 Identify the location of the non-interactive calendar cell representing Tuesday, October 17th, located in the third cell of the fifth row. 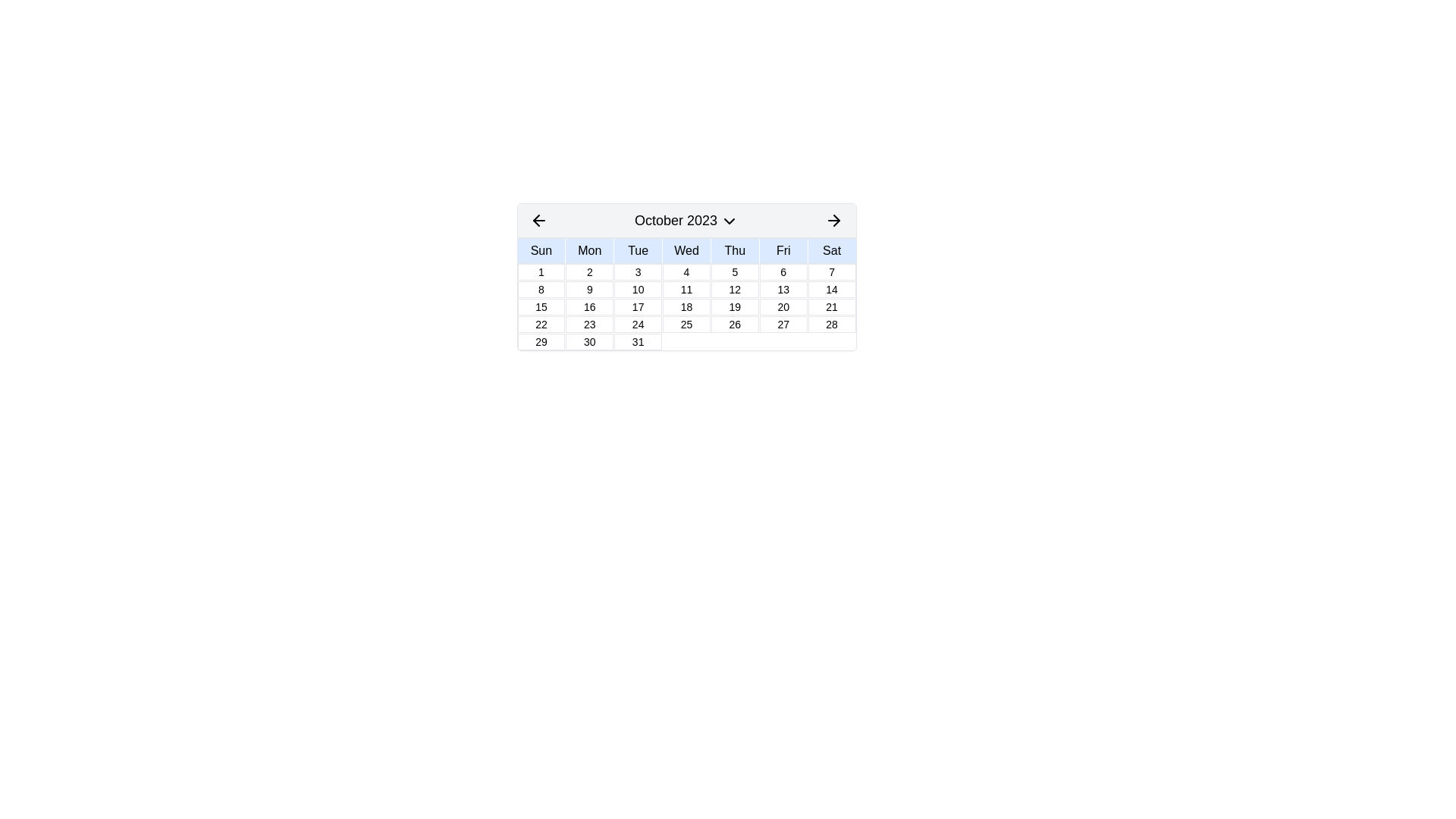
(638, 307).